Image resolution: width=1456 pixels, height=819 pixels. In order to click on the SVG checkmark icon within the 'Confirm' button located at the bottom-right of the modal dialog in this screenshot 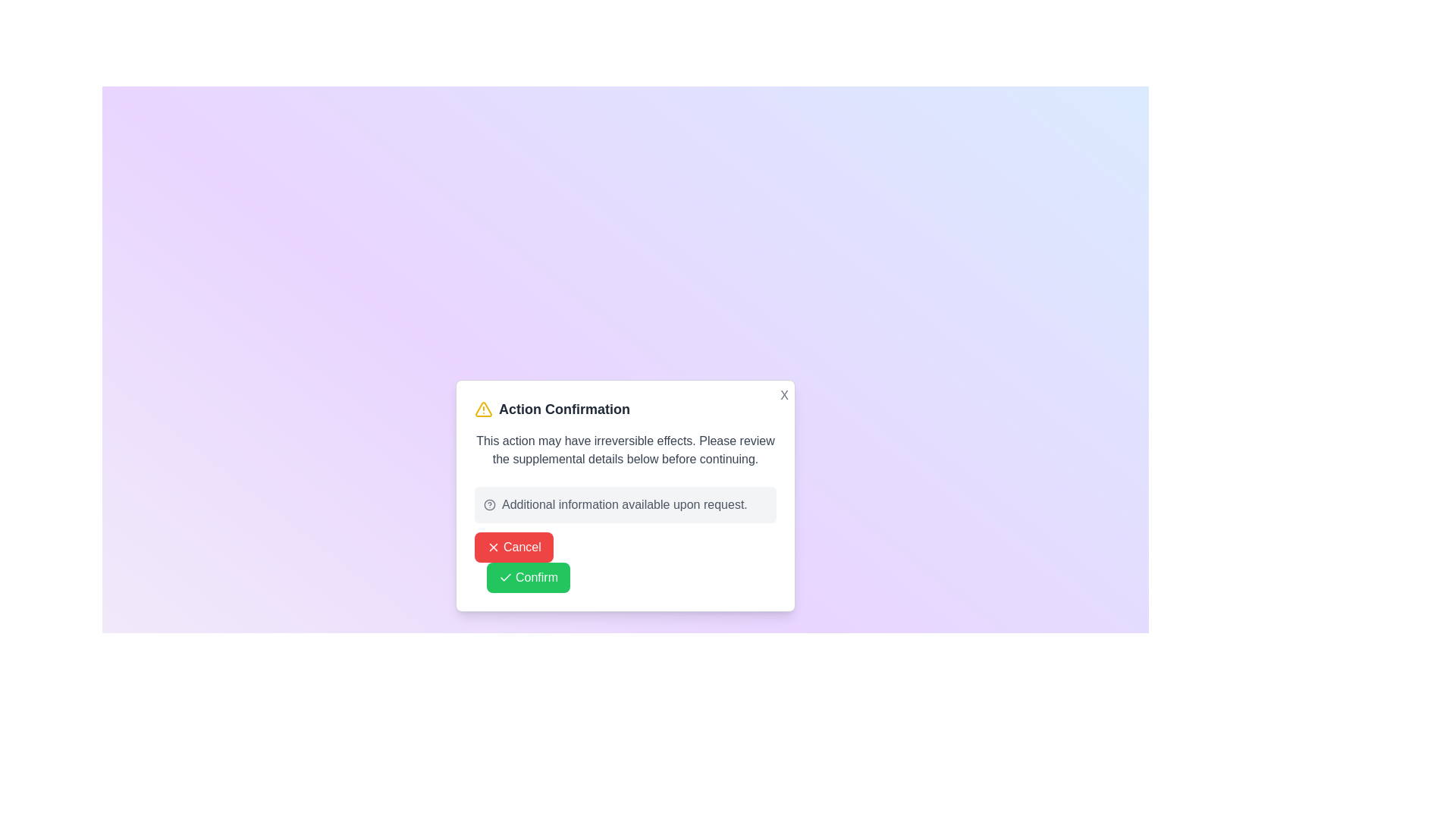, I will do `click(506, 578)`.